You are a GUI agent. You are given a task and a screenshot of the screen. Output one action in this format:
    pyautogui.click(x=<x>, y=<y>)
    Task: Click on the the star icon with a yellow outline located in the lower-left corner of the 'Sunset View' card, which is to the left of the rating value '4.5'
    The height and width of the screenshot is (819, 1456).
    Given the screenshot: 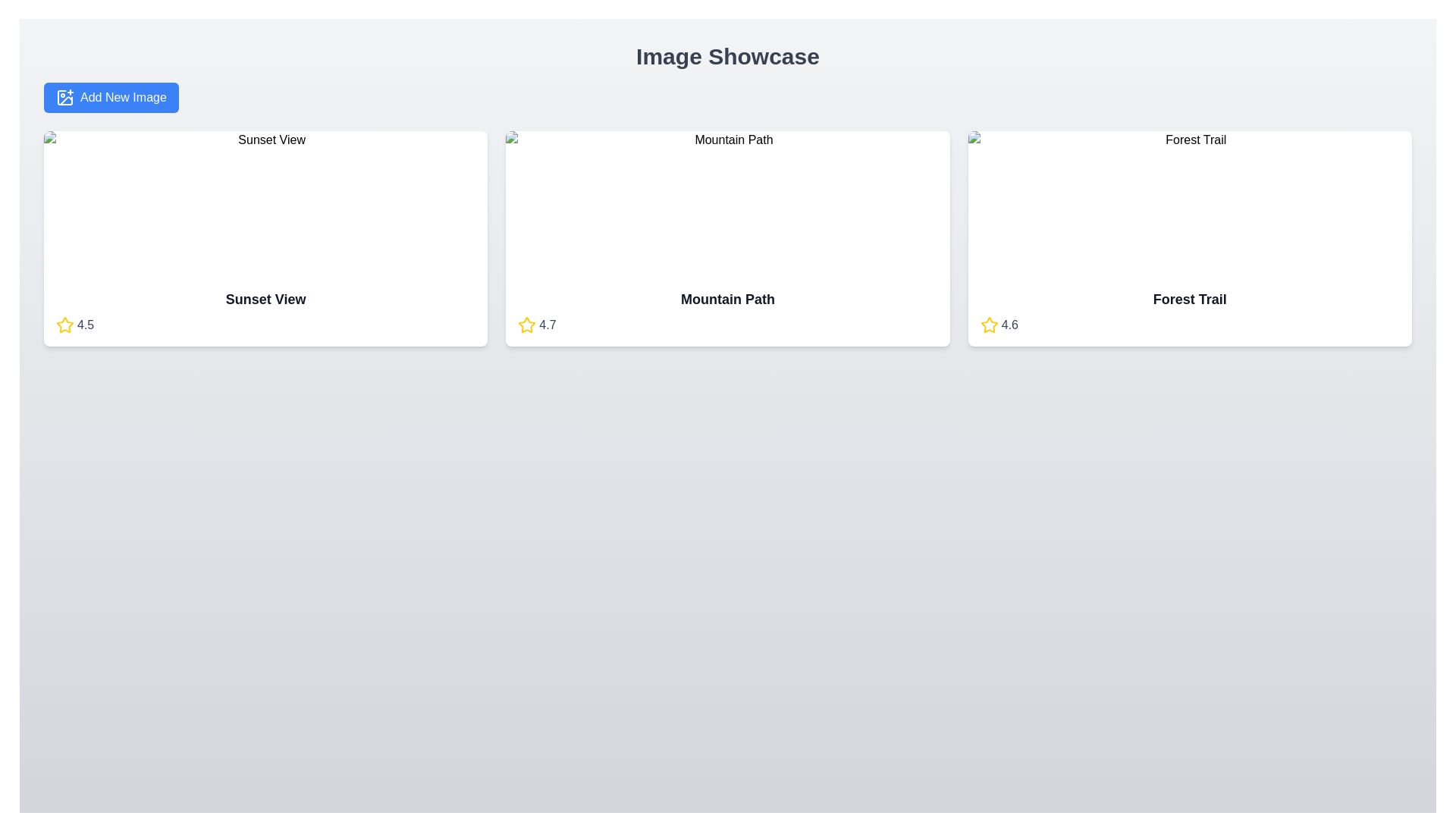 What is the action you would take?
    pyautogui.click(x=64, y=324)
    